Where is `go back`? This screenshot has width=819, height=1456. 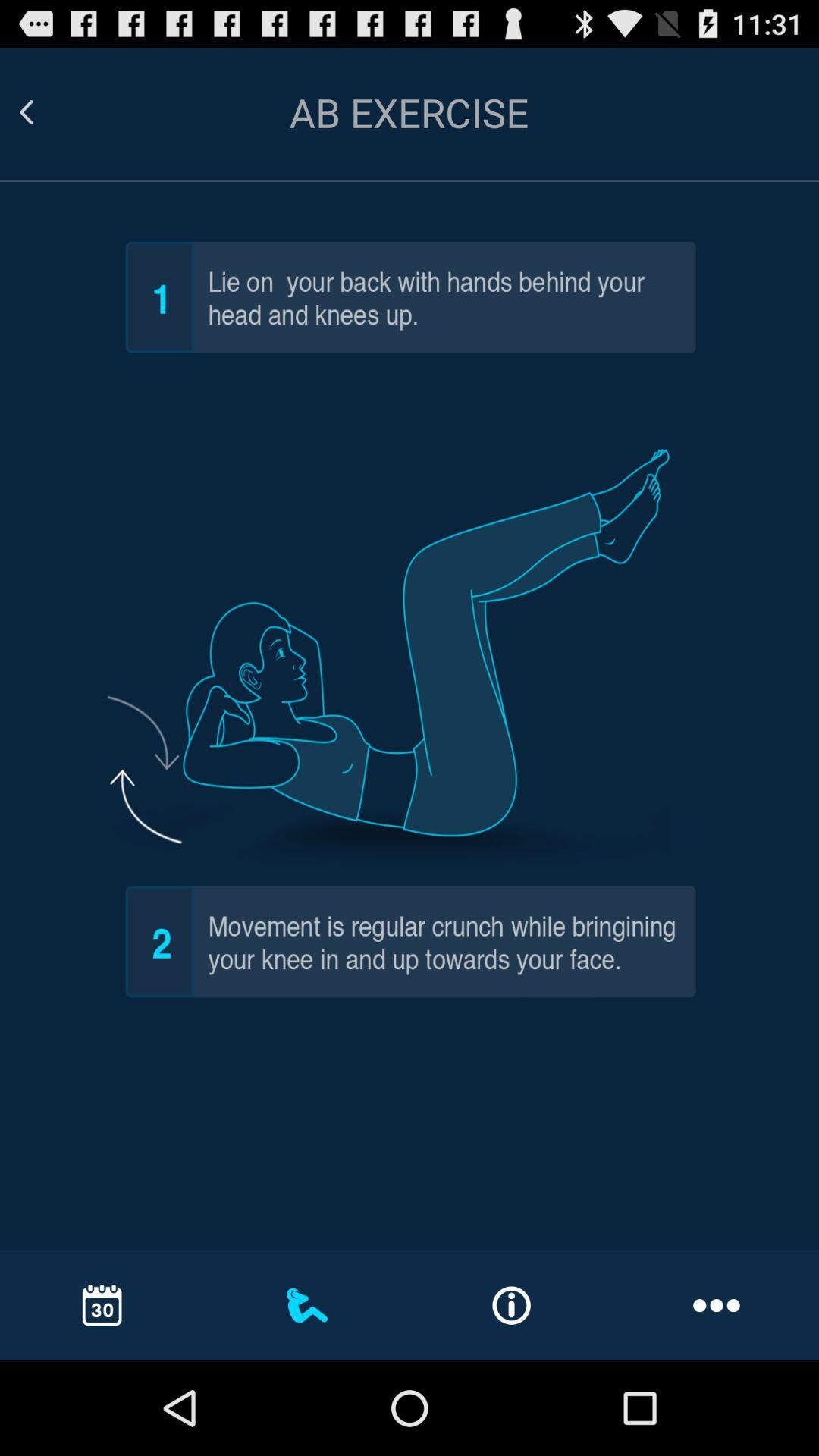
go back is located at coordinates (44, 111).